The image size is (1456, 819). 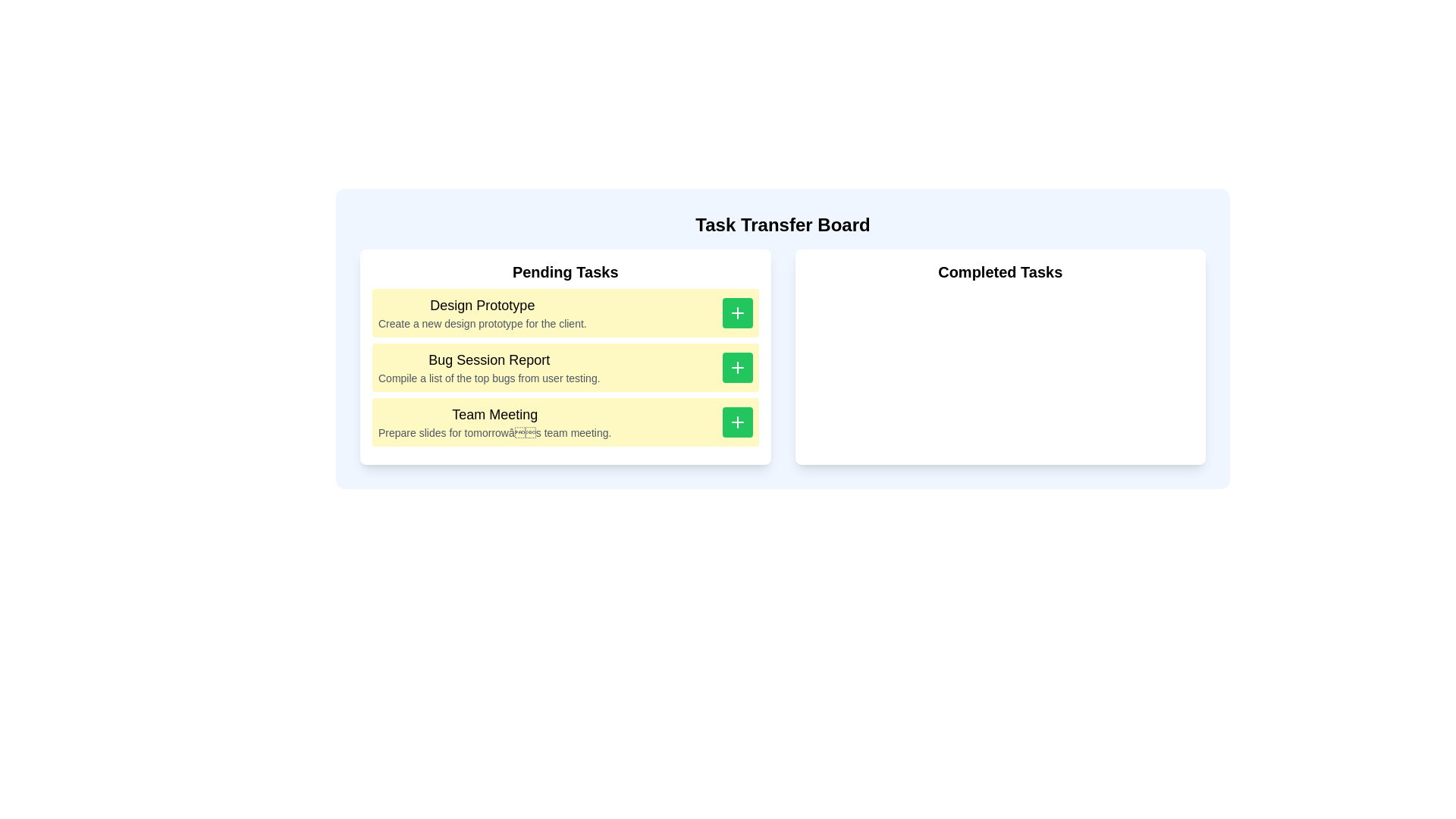 What do you see at coordinates (737, 422) in the screenshot?
I see `'+' button for the task 'Team Meeting' to move it to 'Completed Tasks'` at bounding box center [737, 422].